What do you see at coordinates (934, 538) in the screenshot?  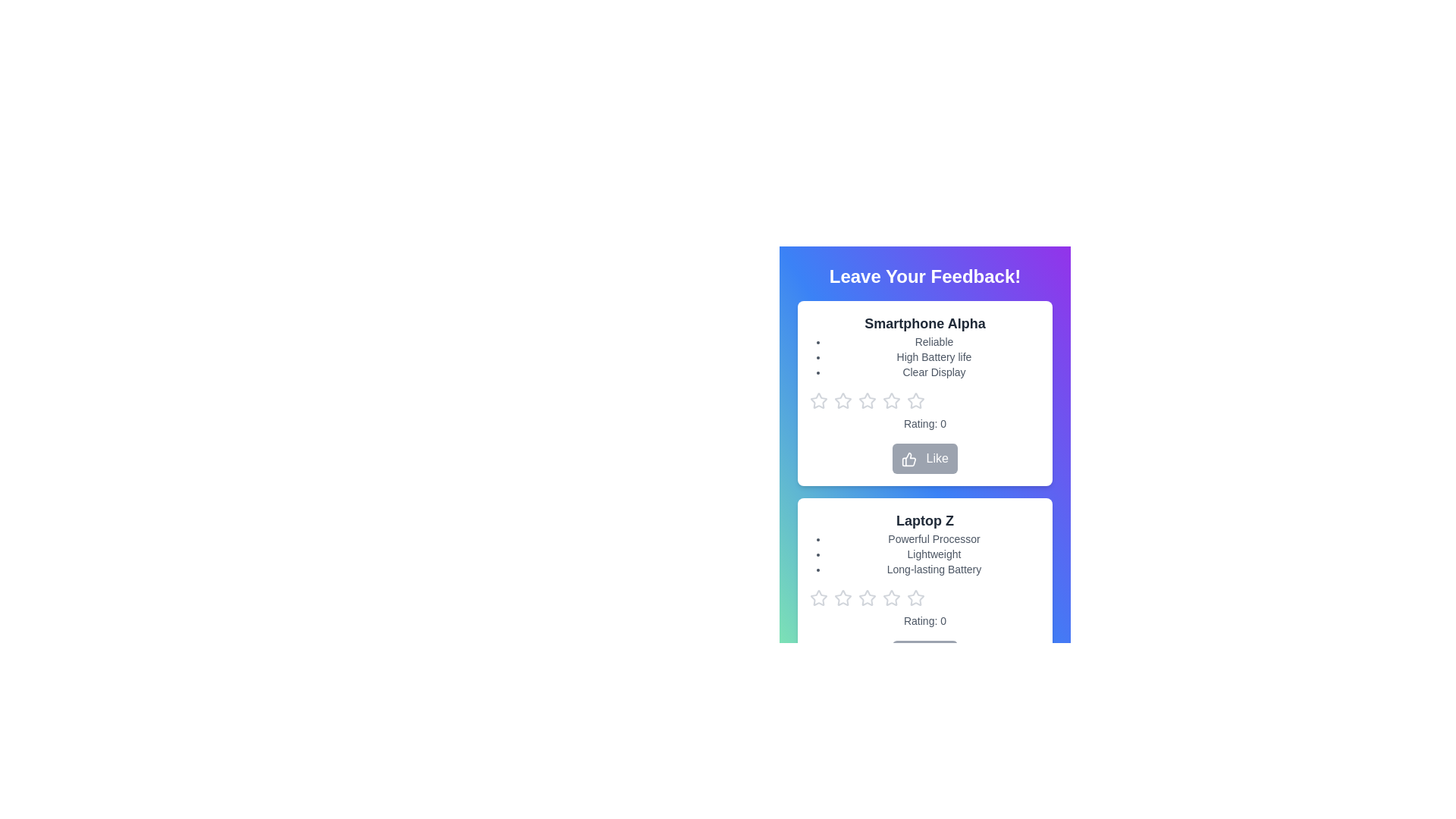 I see `the static text label that describes the product 'Laptop Z', located directly below its section title in the bulleted list` at bounding box center [934, 538].